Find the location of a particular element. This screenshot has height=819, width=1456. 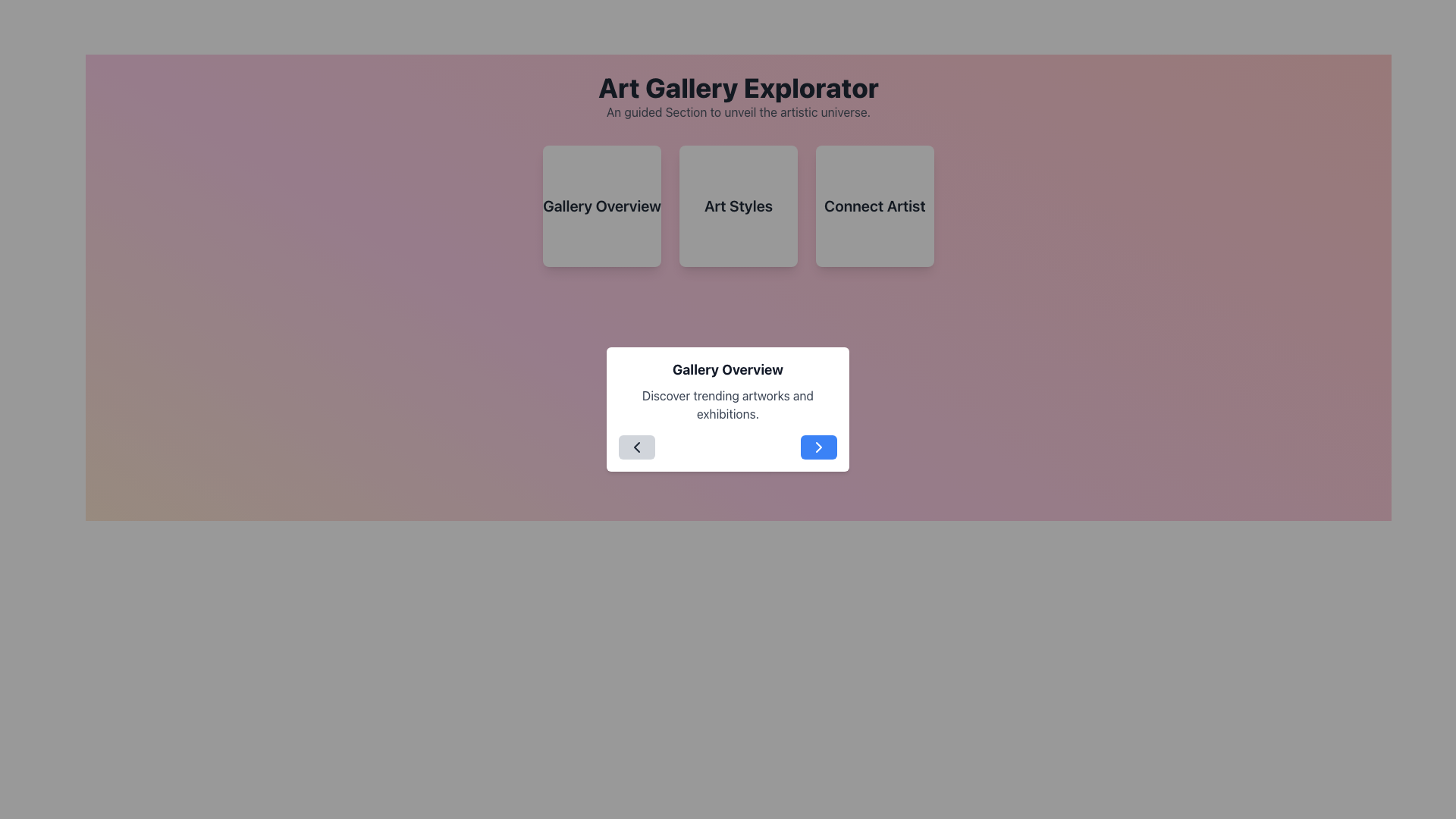

the text label 'Connect Artist' which serves as the title for the corresponding card in the upper-middle part of the page, located within the rightmost card in a row of three cards is located at coordinates (874, 206).